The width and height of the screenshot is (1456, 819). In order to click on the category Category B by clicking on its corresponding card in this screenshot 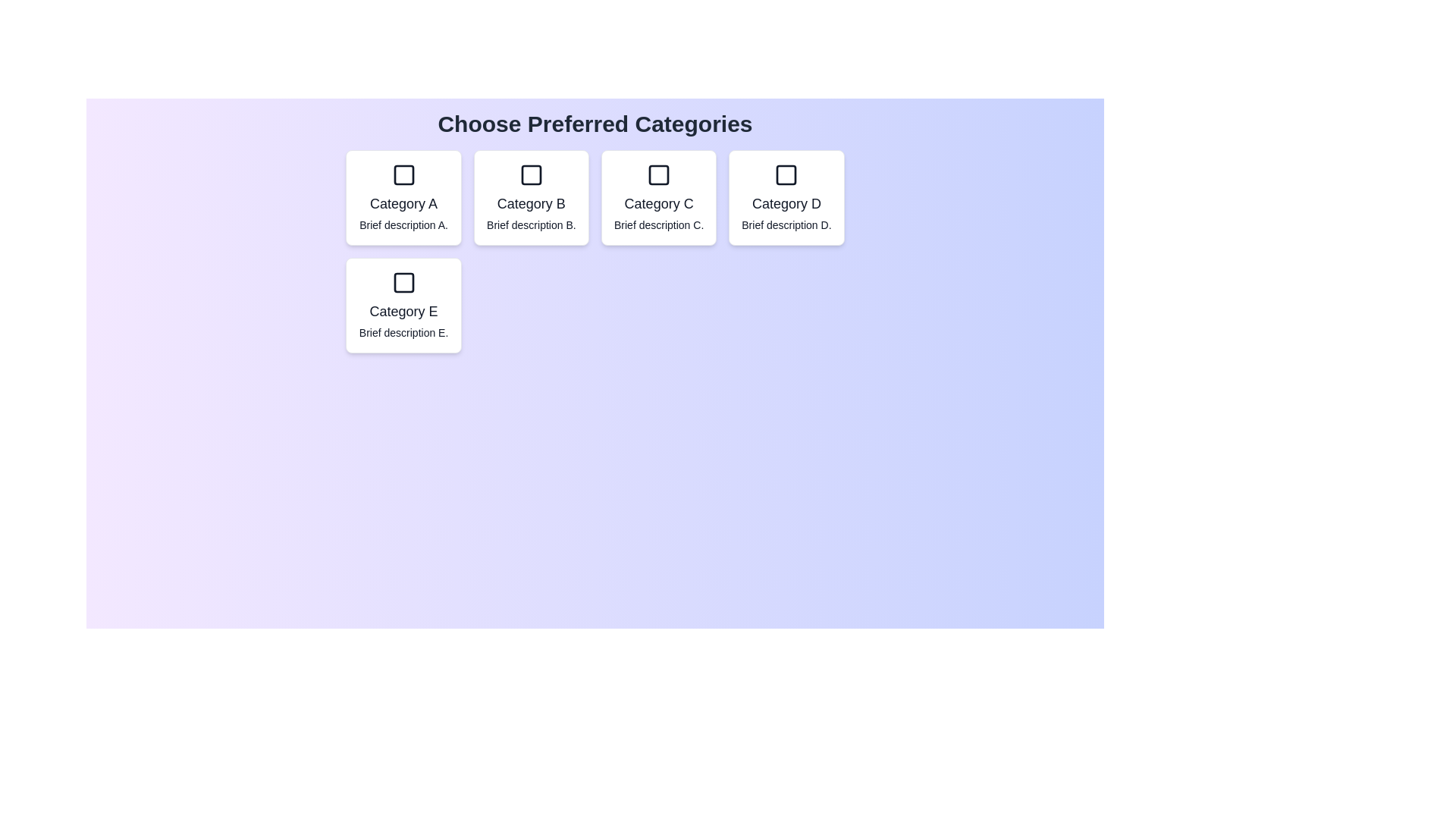, I will do `click(531, 197)`.